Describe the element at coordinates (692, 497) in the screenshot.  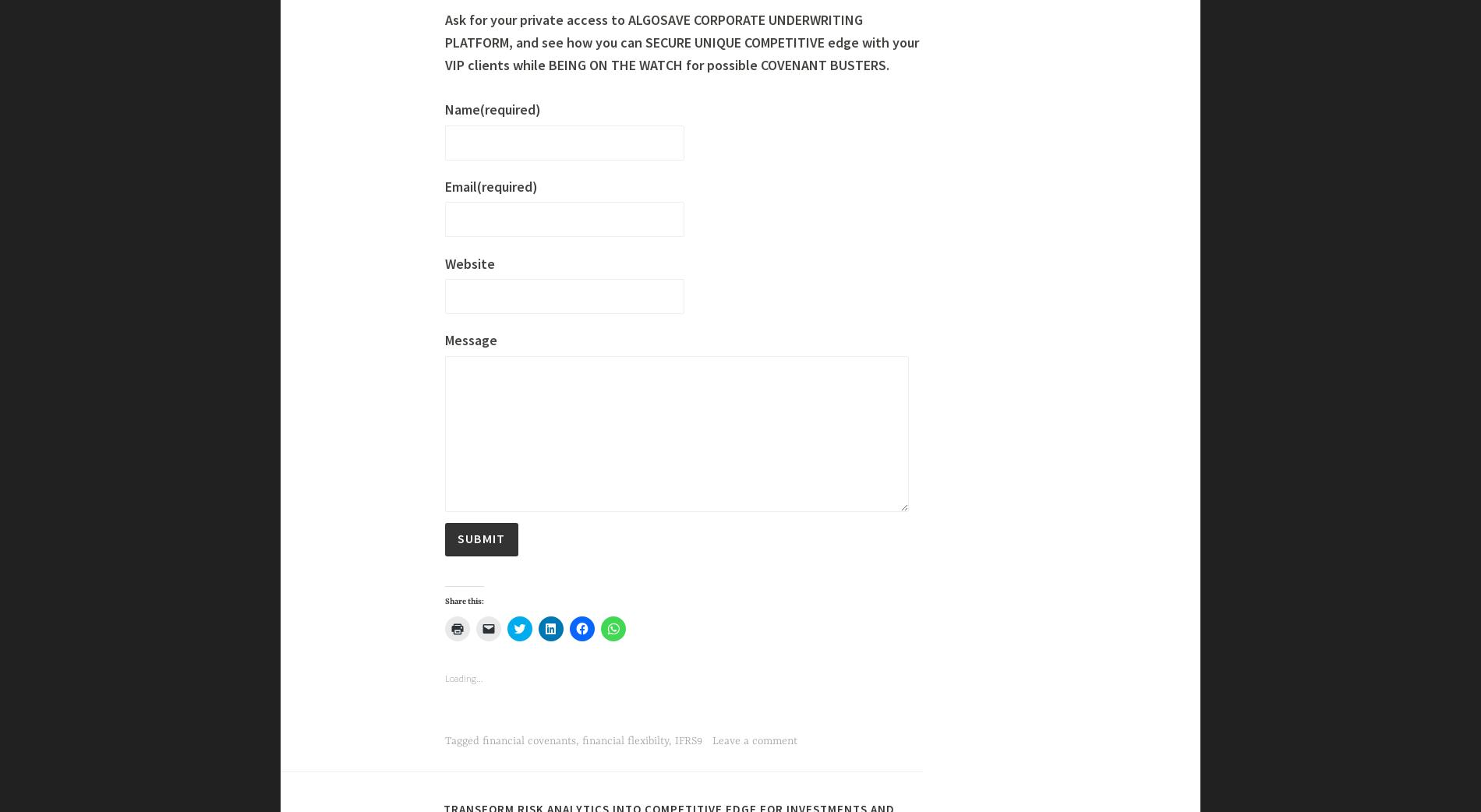
I see `'Below the quiet and reassuring surface of  traditional “one-size-fit-all” covenants, hides a boiling reality : degrees of operating and financial leverage, free cash flow volatility, sensitivity to macro economic scenario – and many other parameters – explain this diversity.'` at that location.